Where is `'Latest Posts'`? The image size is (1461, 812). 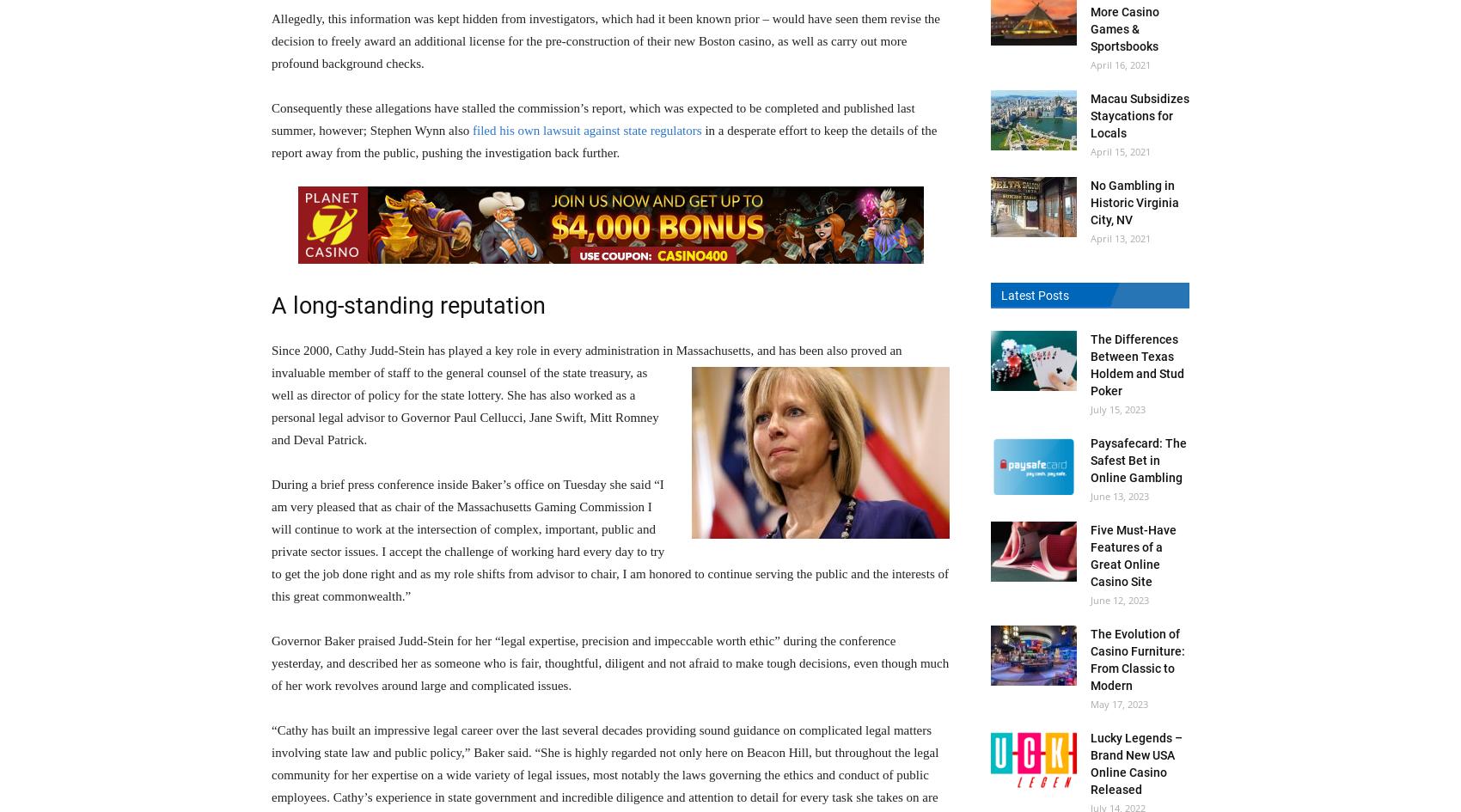 'Latest Posts' is located at coordinates (1001, 294).